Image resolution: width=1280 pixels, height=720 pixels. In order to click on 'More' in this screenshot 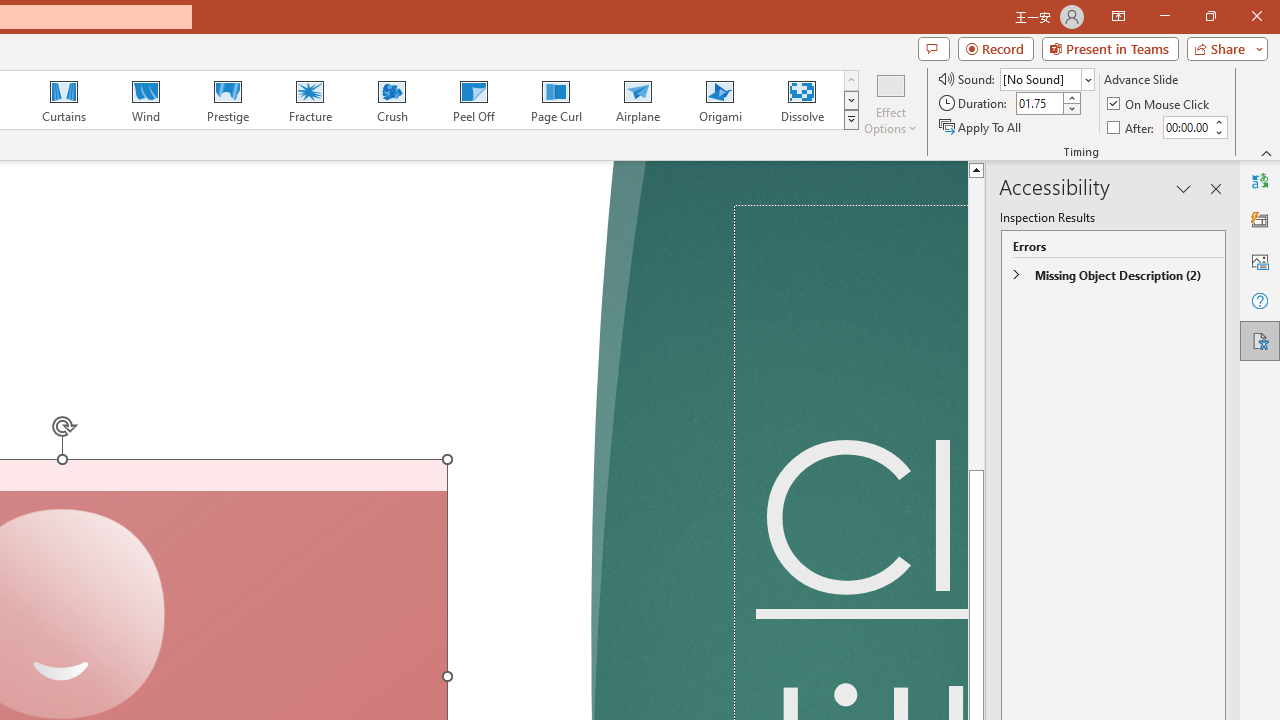, I will do `click(1217, 121)`.